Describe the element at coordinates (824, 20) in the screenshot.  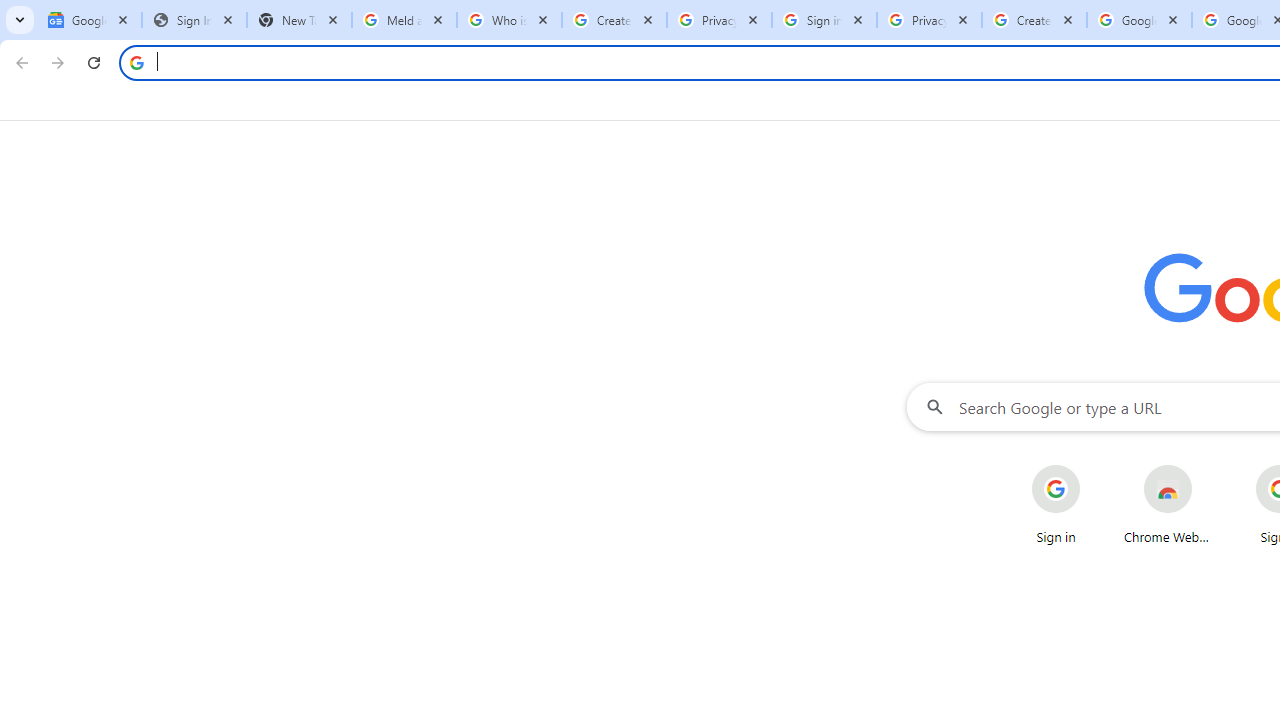
I see `'Sign in - Google Accounts'` at that location.